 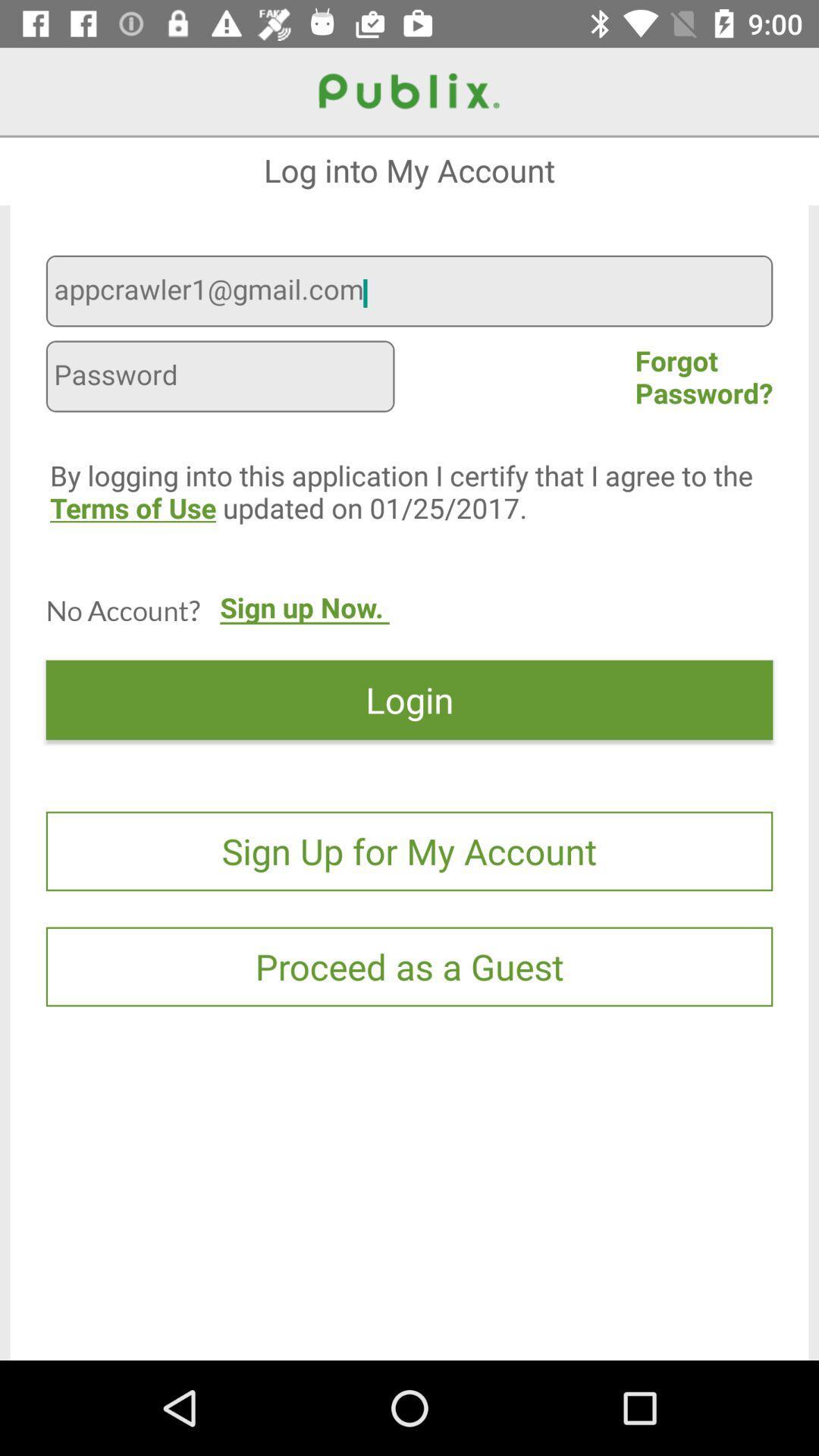 I want to click on proceed as a icon, so click(x=409, y=966).